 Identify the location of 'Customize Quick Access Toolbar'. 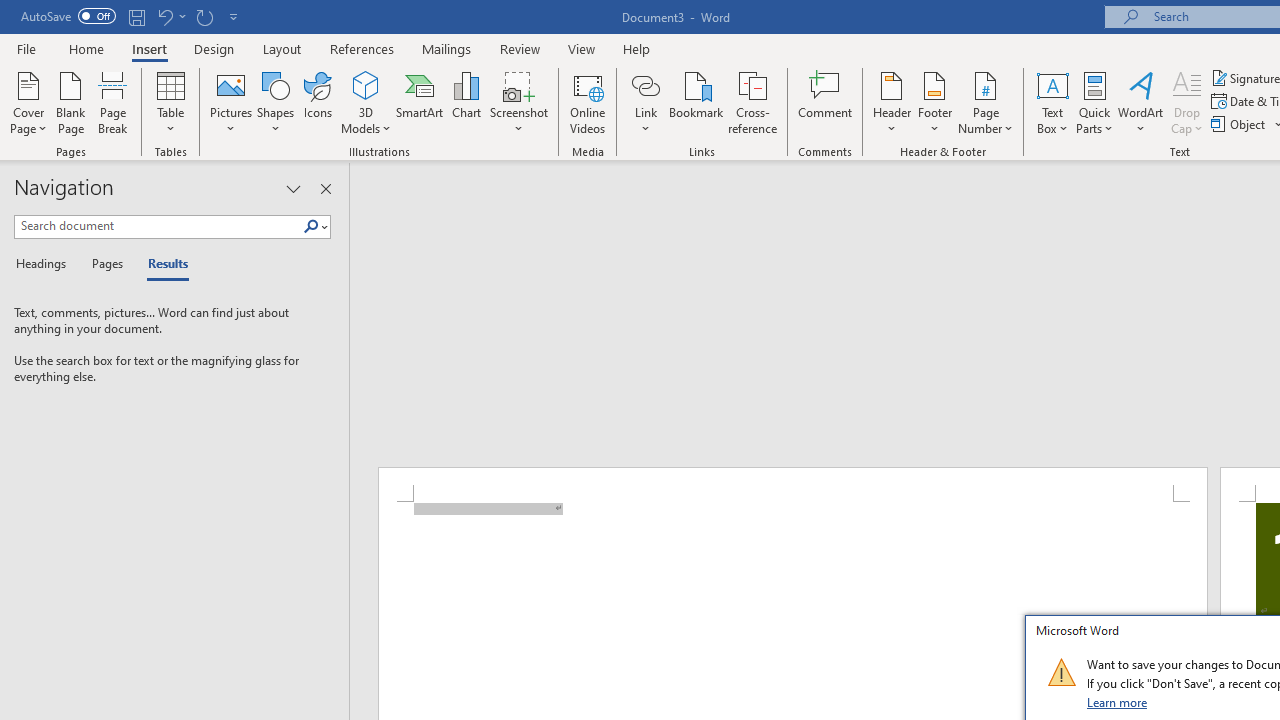
(234, 16).